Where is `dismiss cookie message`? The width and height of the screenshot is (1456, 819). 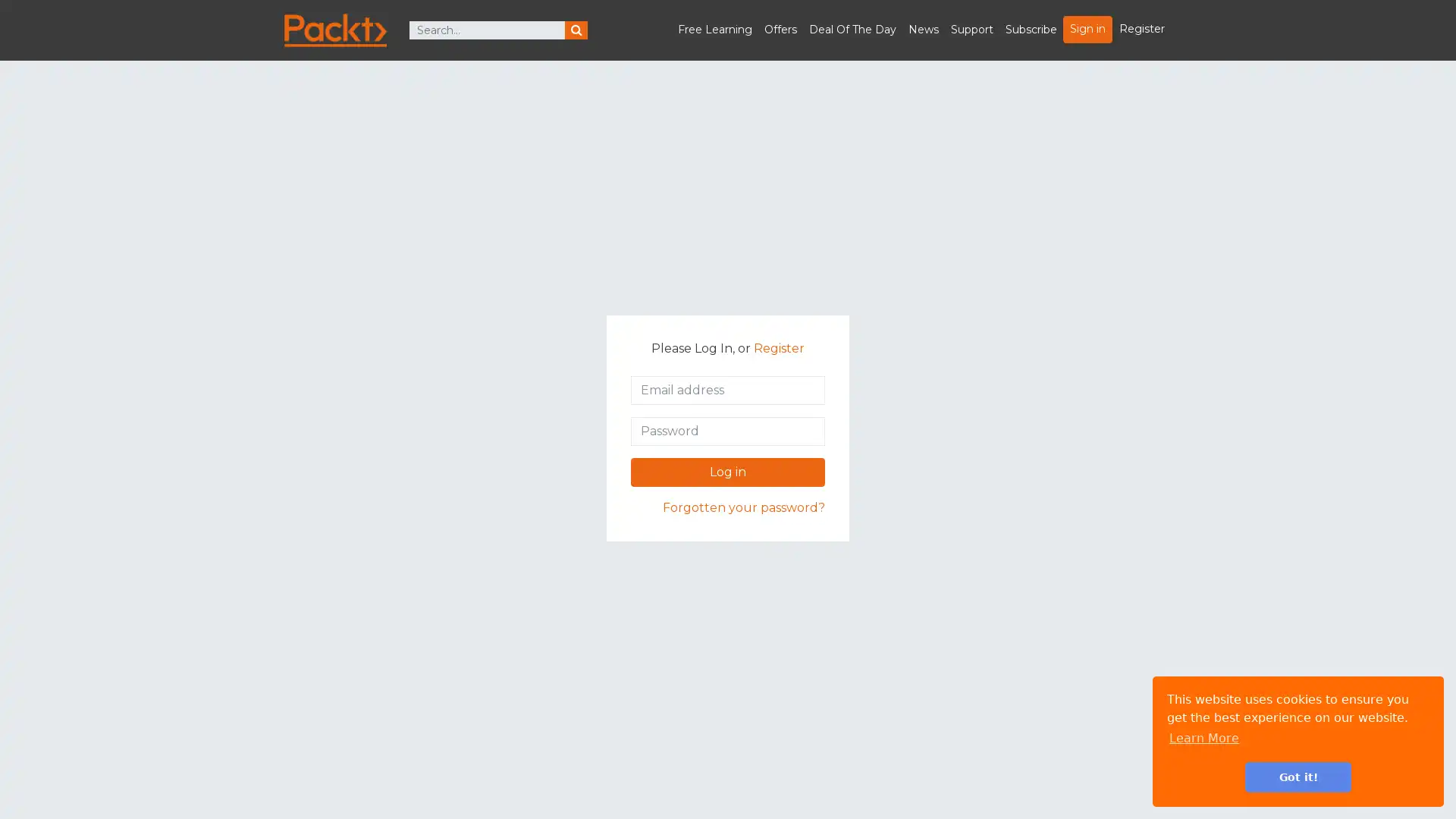 dismiss cookie message is located at coordinates (1298, 777).